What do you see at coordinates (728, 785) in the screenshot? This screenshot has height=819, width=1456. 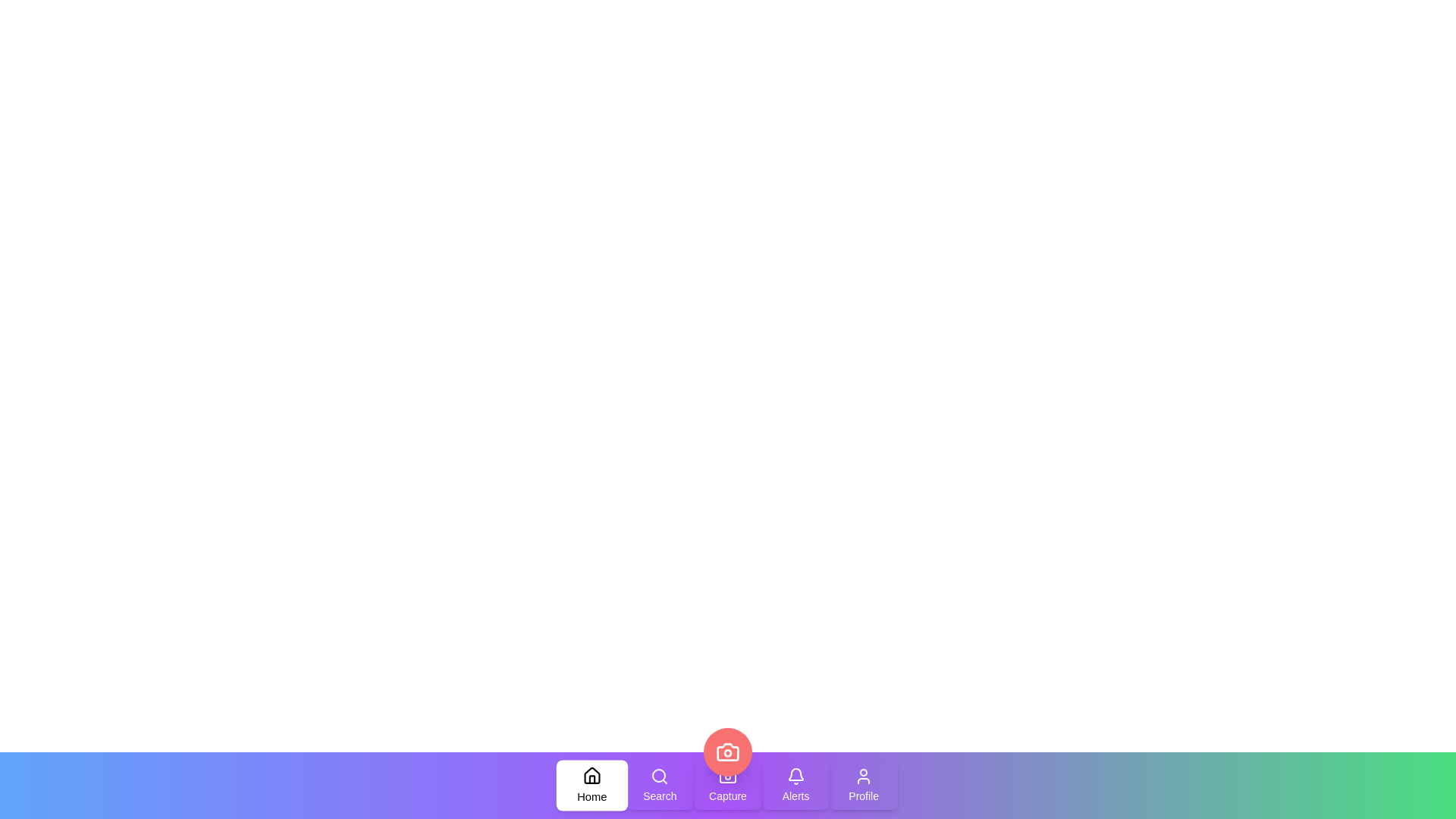 I see `the tab labeled 'Capture' to observe its hover effect` at bounding box center [728, 785].